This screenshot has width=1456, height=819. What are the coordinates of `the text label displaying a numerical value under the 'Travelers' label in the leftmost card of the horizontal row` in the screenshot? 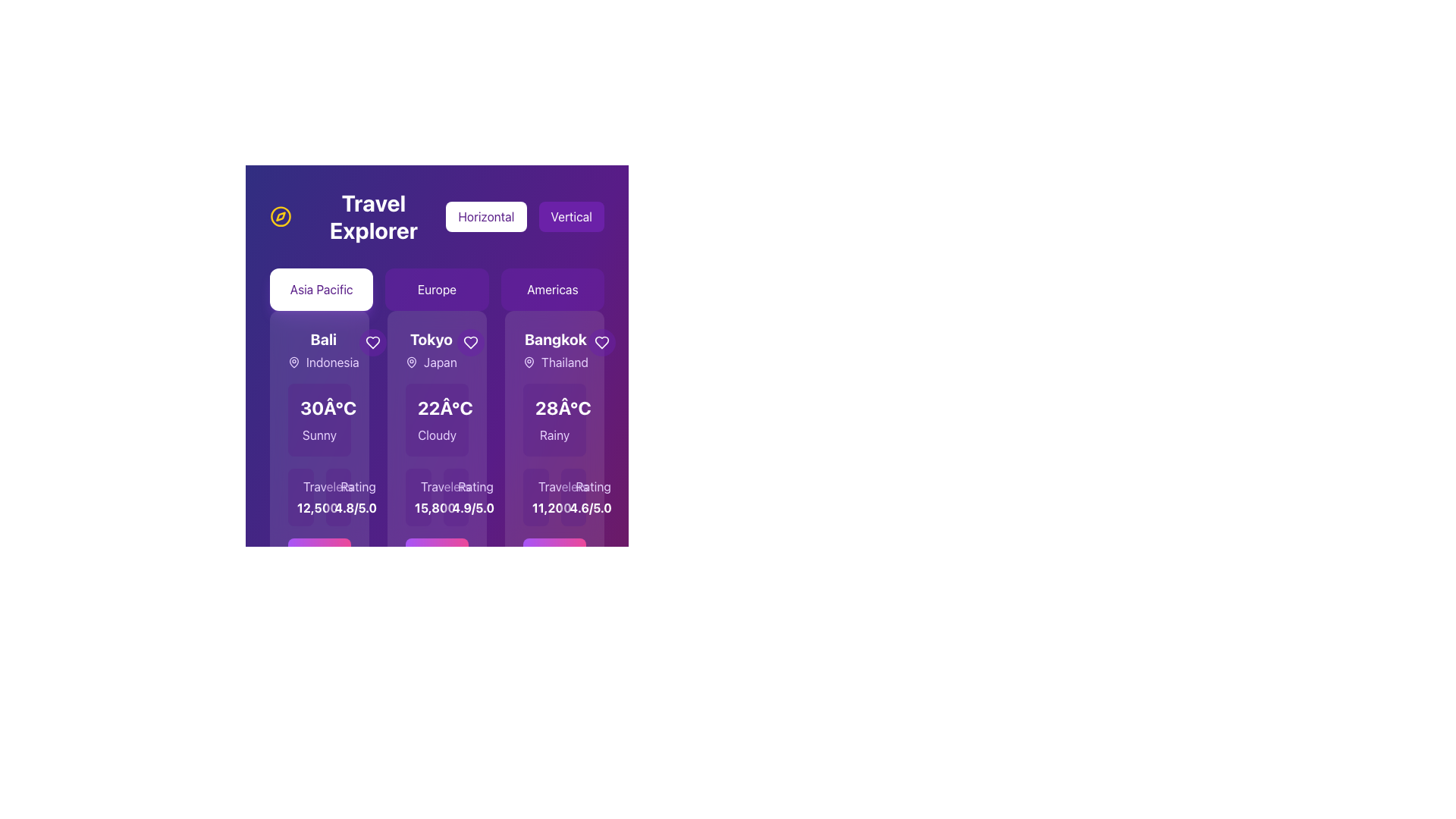 It's located at (300, 508).